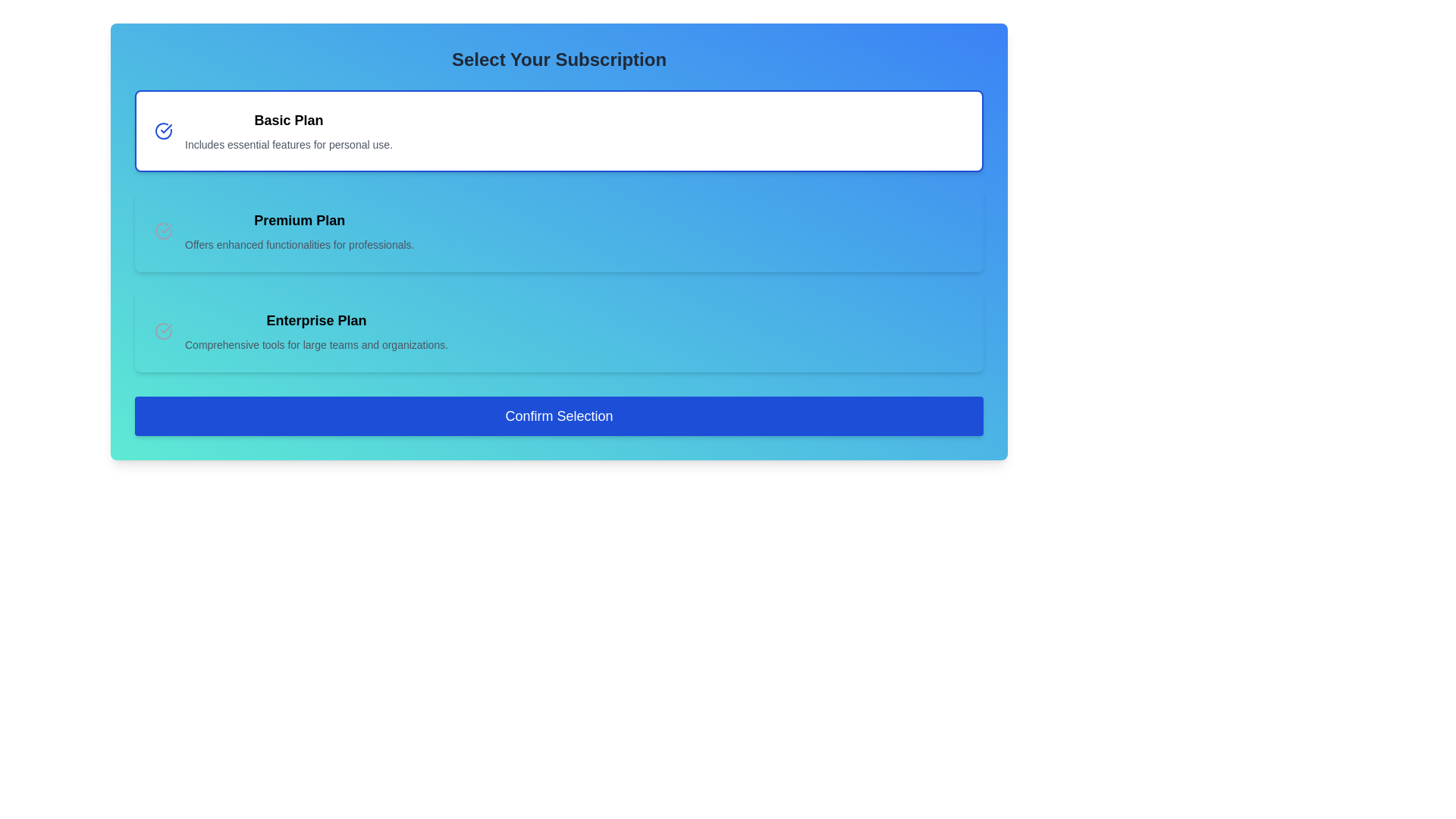  Describe the element at coordinates (164, 130) in the screenshot. I see `the circular blue icon with a checkmark next to the text 'Basic Plan Includes essential features for personal use.'` at that location.